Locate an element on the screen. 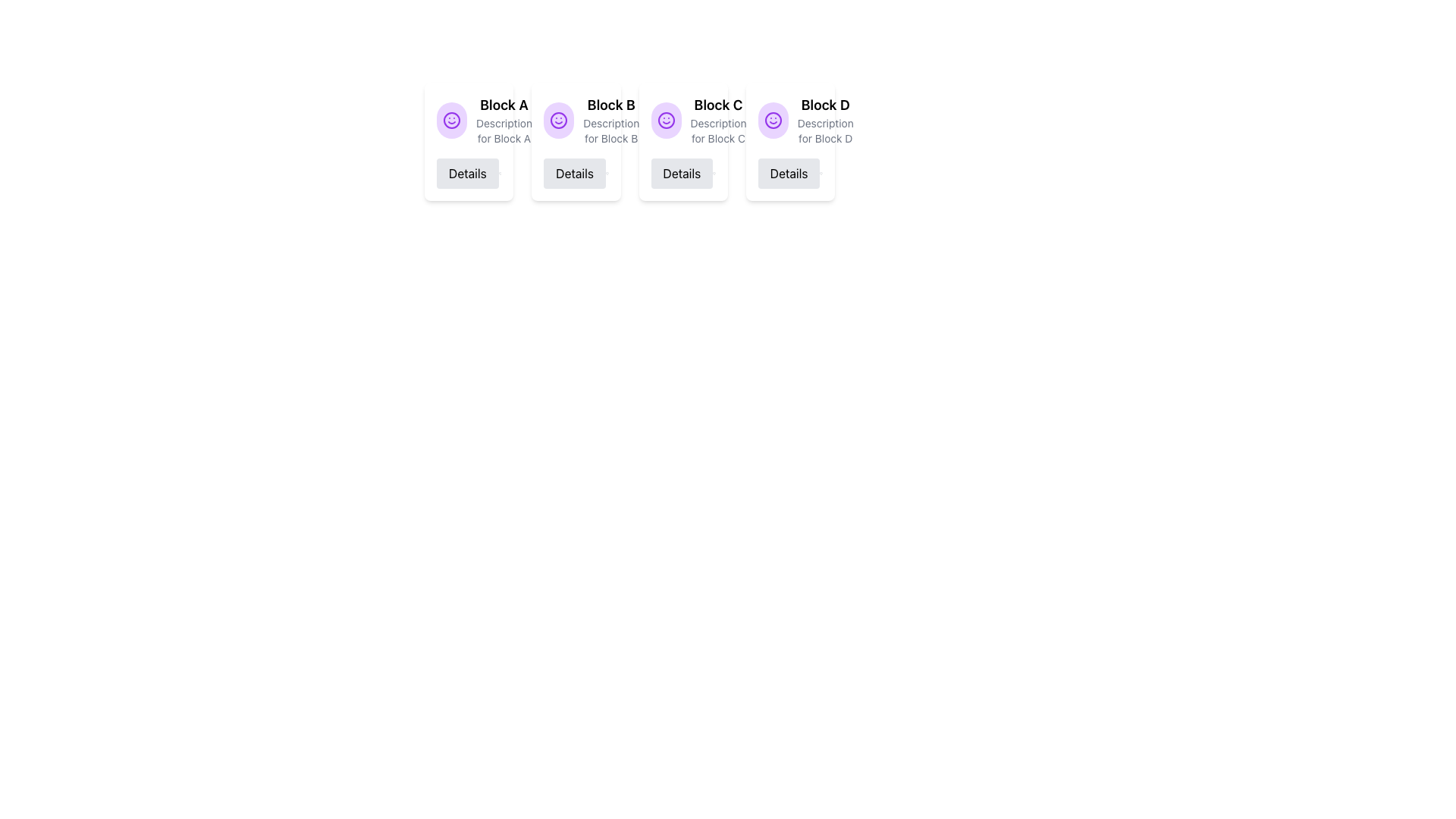 Image resolution: width=1456 pixels, height=819 pixels. the 'Block D' card, which is the fourth card in a horizontal row of cards, positioned below 'Block C' is located at coordinates (789, 119).